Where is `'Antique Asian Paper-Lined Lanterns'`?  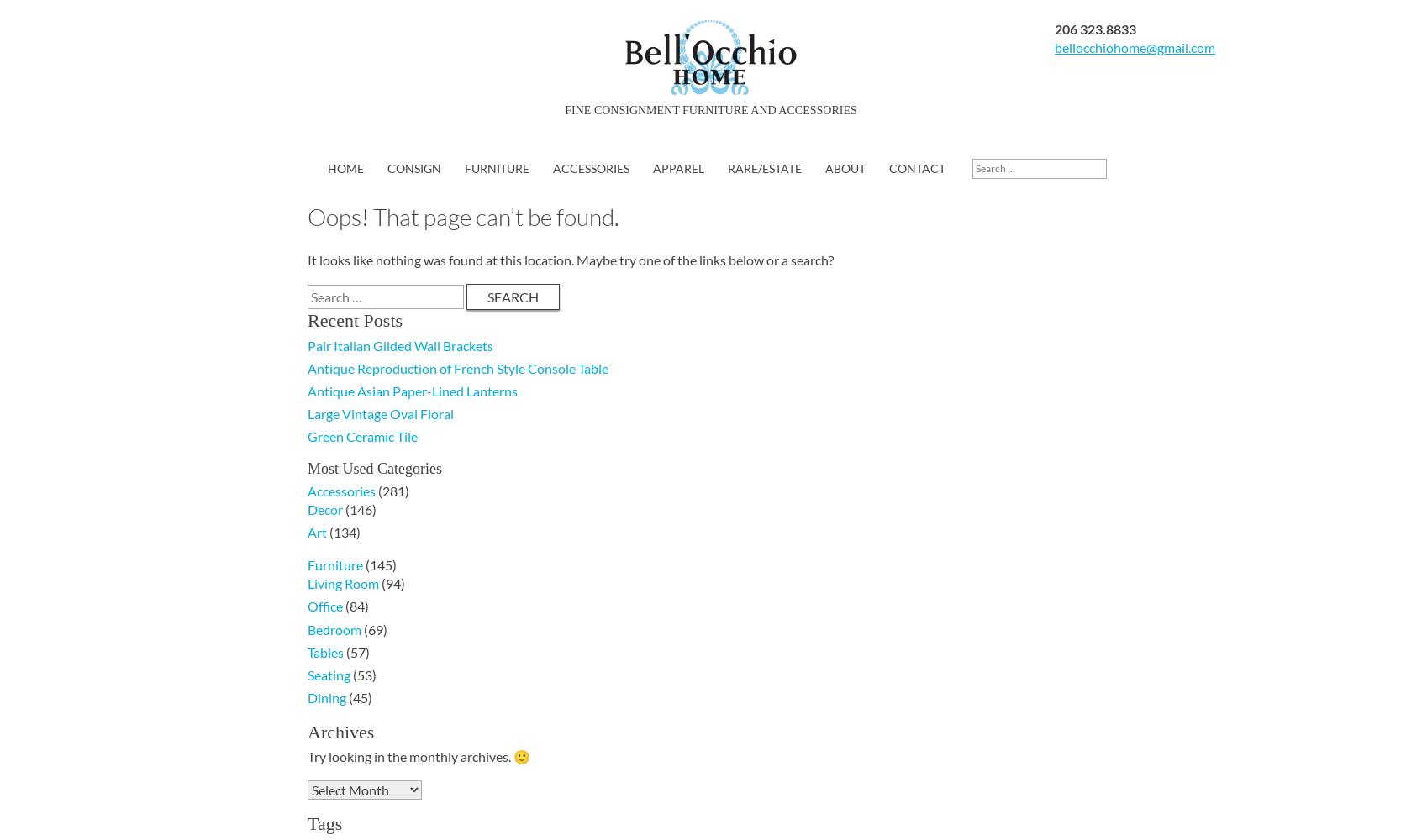 'Antique Asian Paper-Lined Lanterns' is located at coordinates (412, 390).